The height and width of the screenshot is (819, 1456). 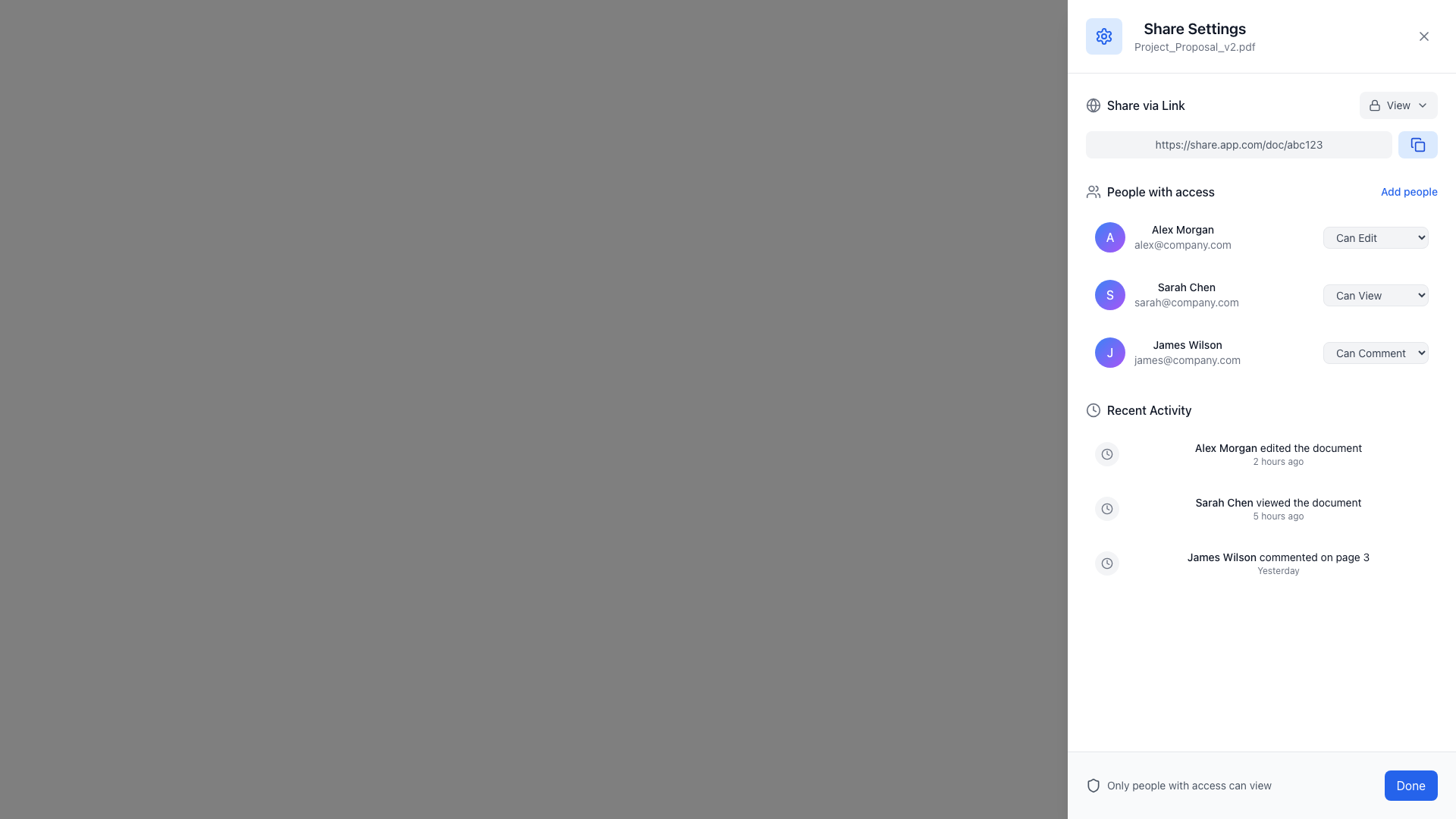 I want to click on text label displaying 'sarah@company.com', which is in a smaller, gray font and positioned below the heading 'Sarah Chen' in the 'People with access' section, so click(x=1185, y=302).